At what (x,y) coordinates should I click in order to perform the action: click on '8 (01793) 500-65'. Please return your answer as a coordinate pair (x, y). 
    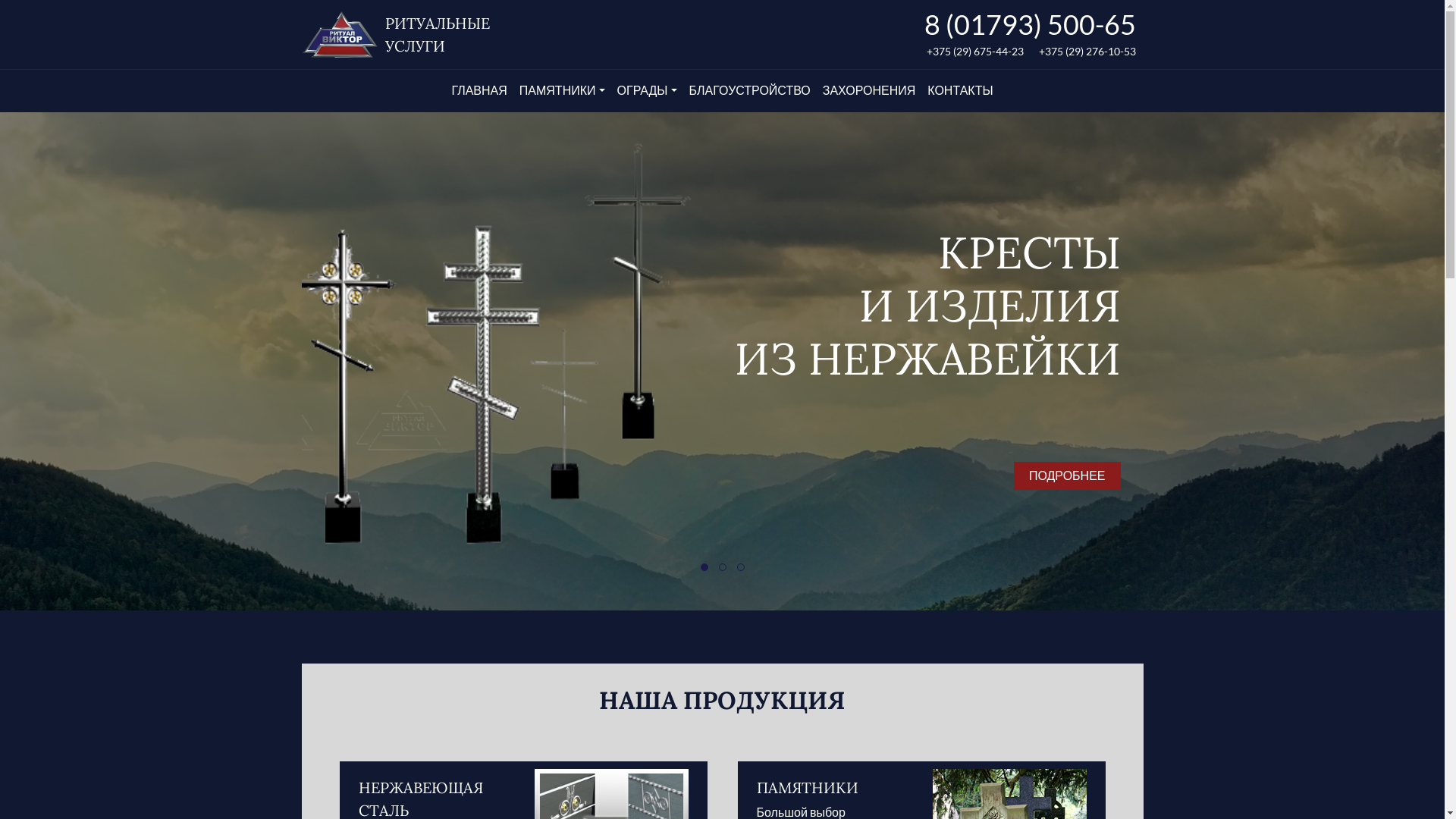
    Looking at the image, I should click on (1029, 24).